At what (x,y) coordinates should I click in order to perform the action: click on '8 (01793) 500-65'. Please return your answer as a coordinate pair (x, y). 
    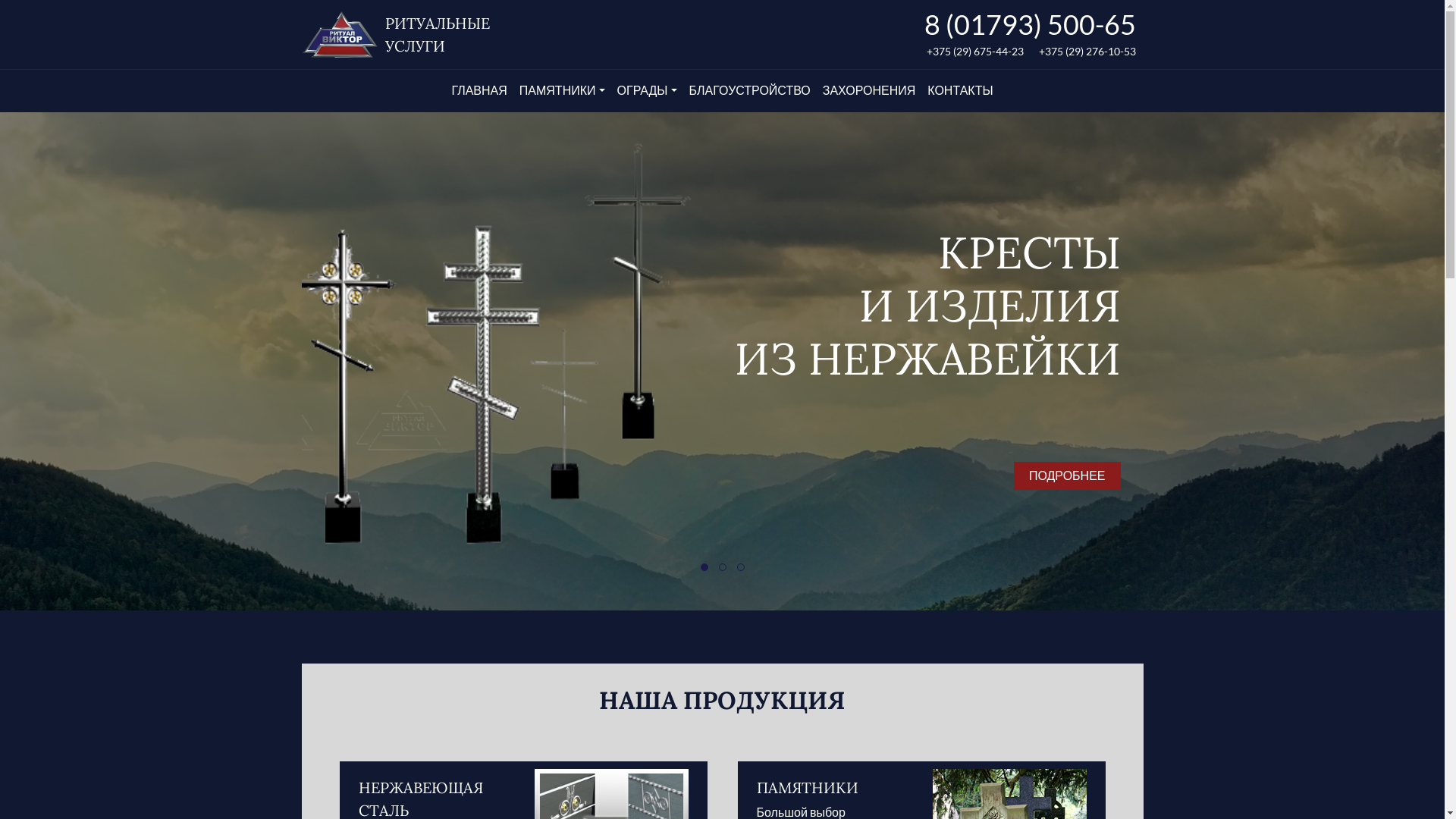
    Looking at the image, I should click on (1029, 24).